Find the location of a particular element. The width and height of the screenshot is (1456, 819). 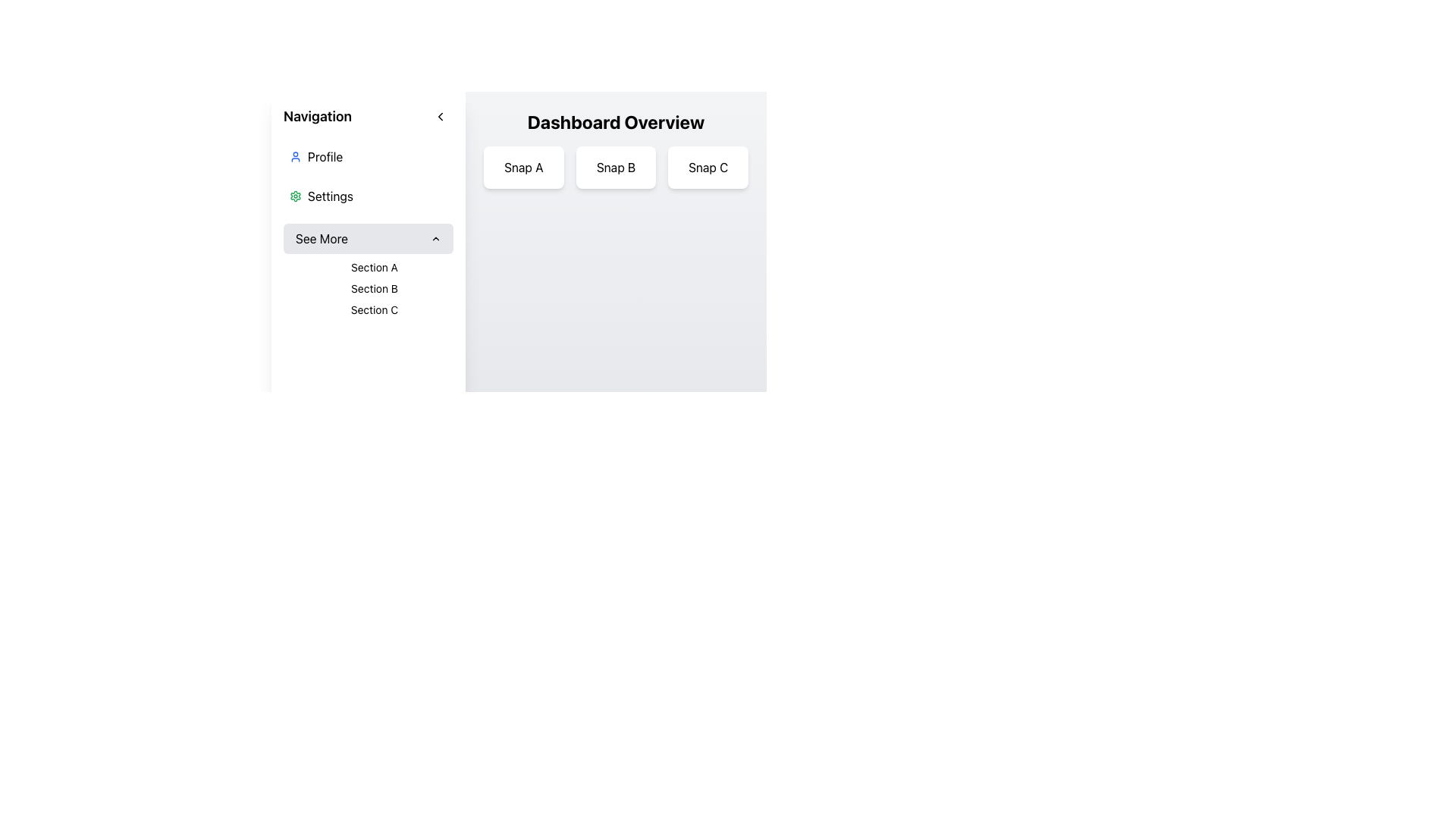

the 'Snap B' button located in the middle column of the grid layout under the title 'Dashboard Overview' is located at coordinates (616, 167).